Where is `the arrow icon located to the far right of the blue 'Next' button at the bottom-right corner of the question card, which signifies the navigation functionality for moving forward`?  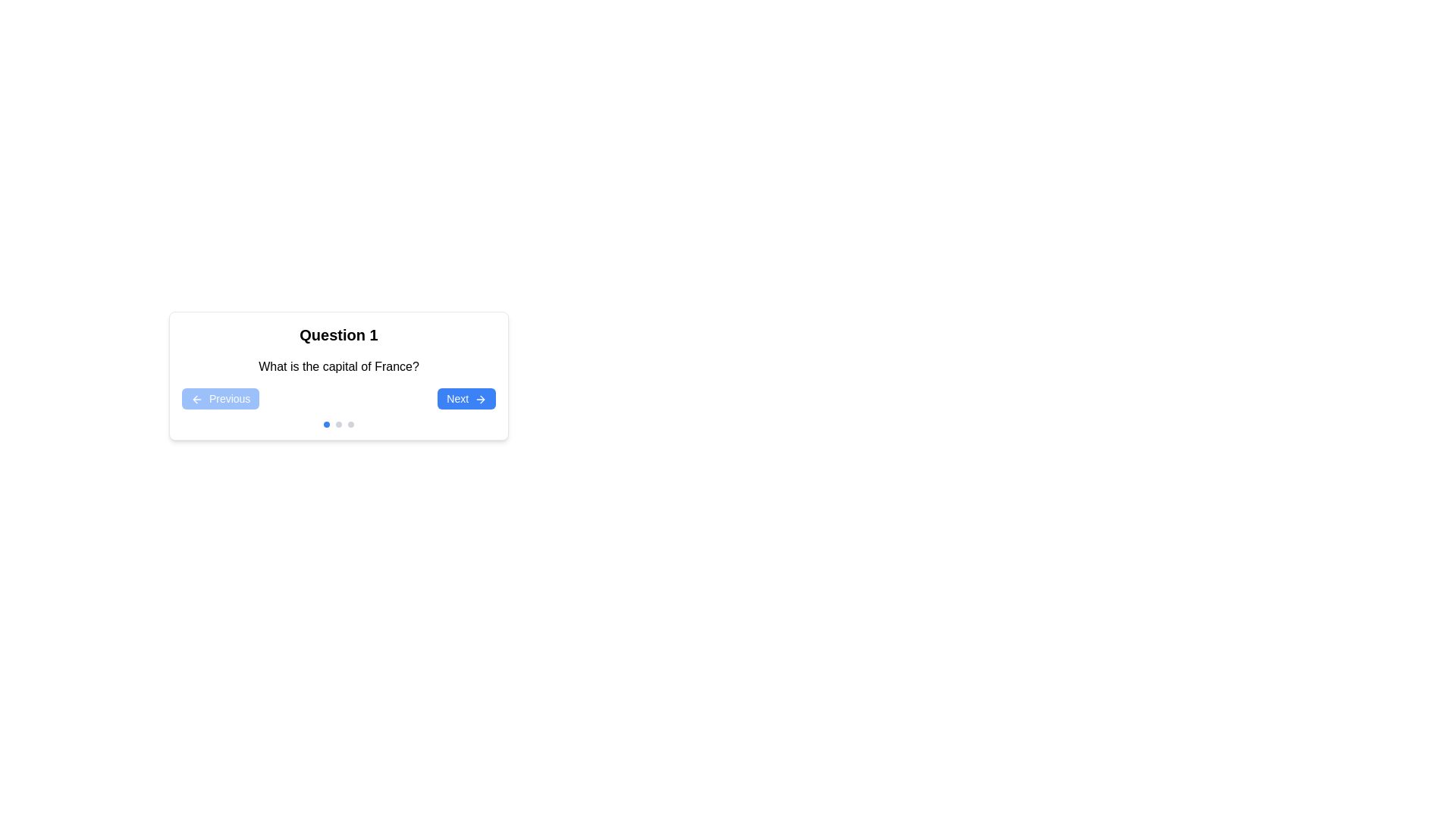 the arrow icon located to the far right of the blue 'Next' button at the bottom-right corner of the question card, which signifies the navigation functionality for moving forward is located at coordinates (479, 399).